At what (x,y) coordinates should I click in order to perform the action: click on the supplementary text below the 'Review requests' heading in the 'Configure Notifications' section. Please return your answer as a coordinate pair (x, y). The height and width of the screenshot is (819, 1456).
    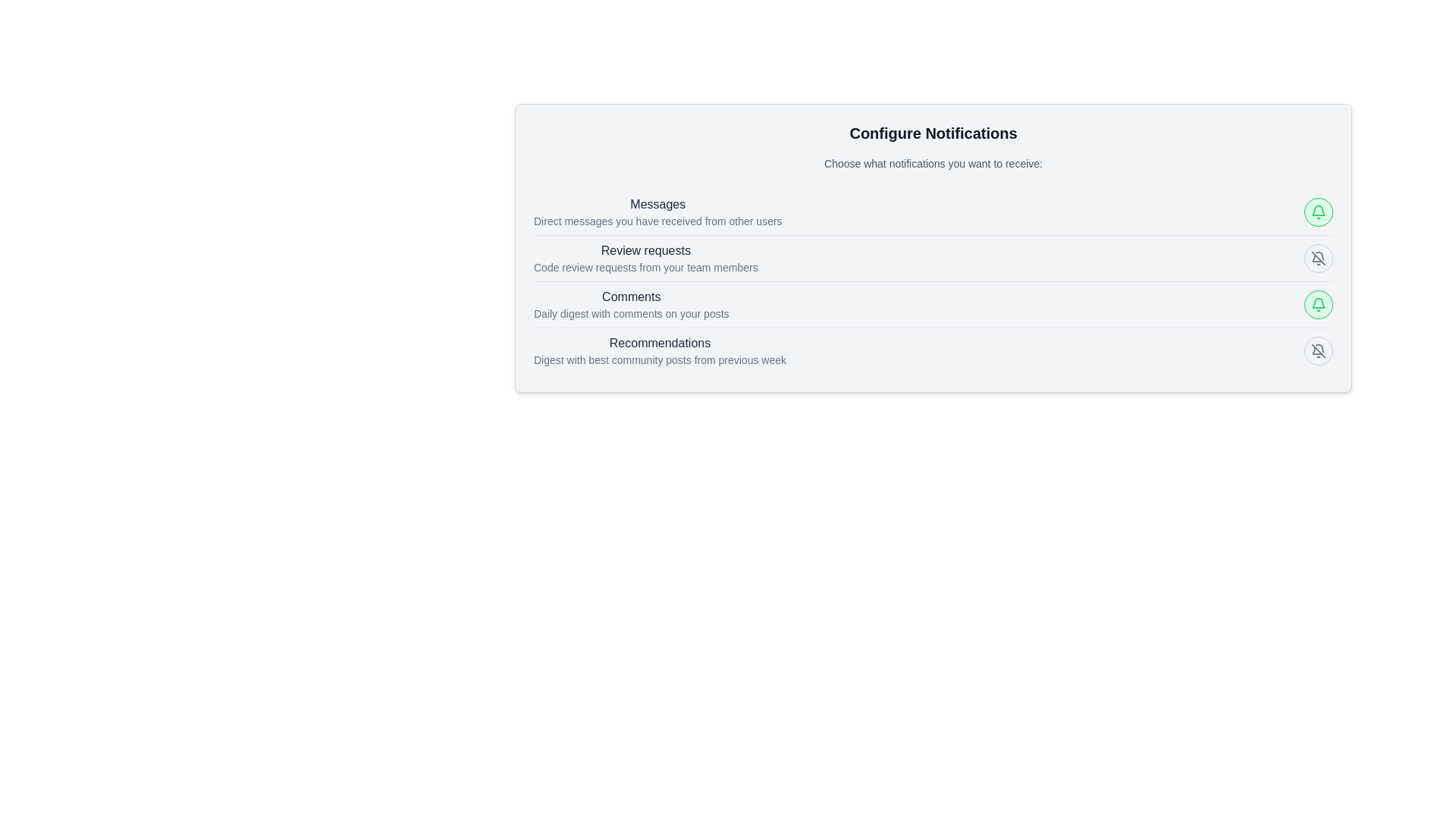
    Looking at the image, I should click on (645, 267).